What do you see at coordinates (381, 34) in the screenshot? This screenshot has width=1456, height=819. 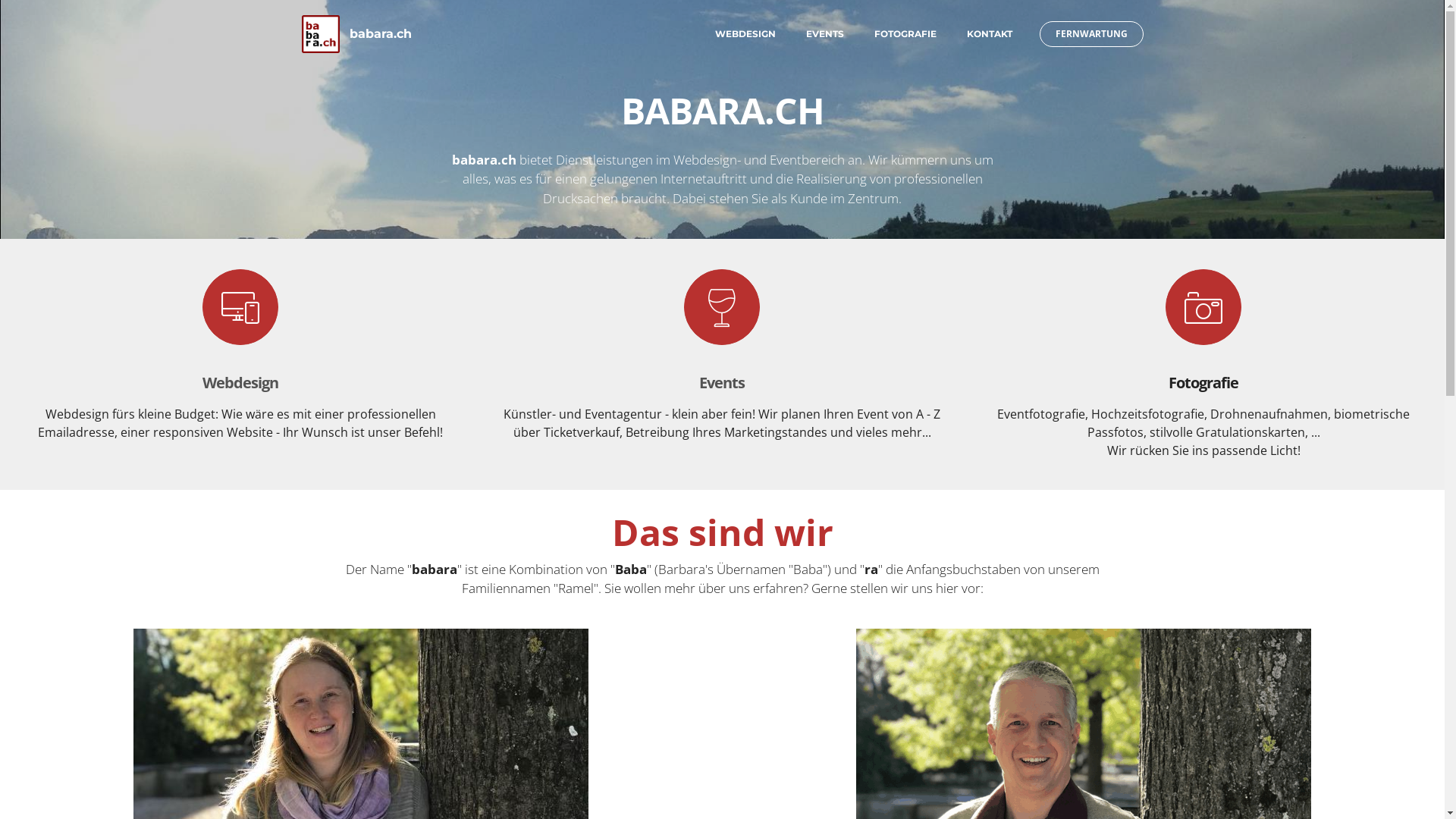 I see `'babara.ch'` at bounding box center [381, 34].